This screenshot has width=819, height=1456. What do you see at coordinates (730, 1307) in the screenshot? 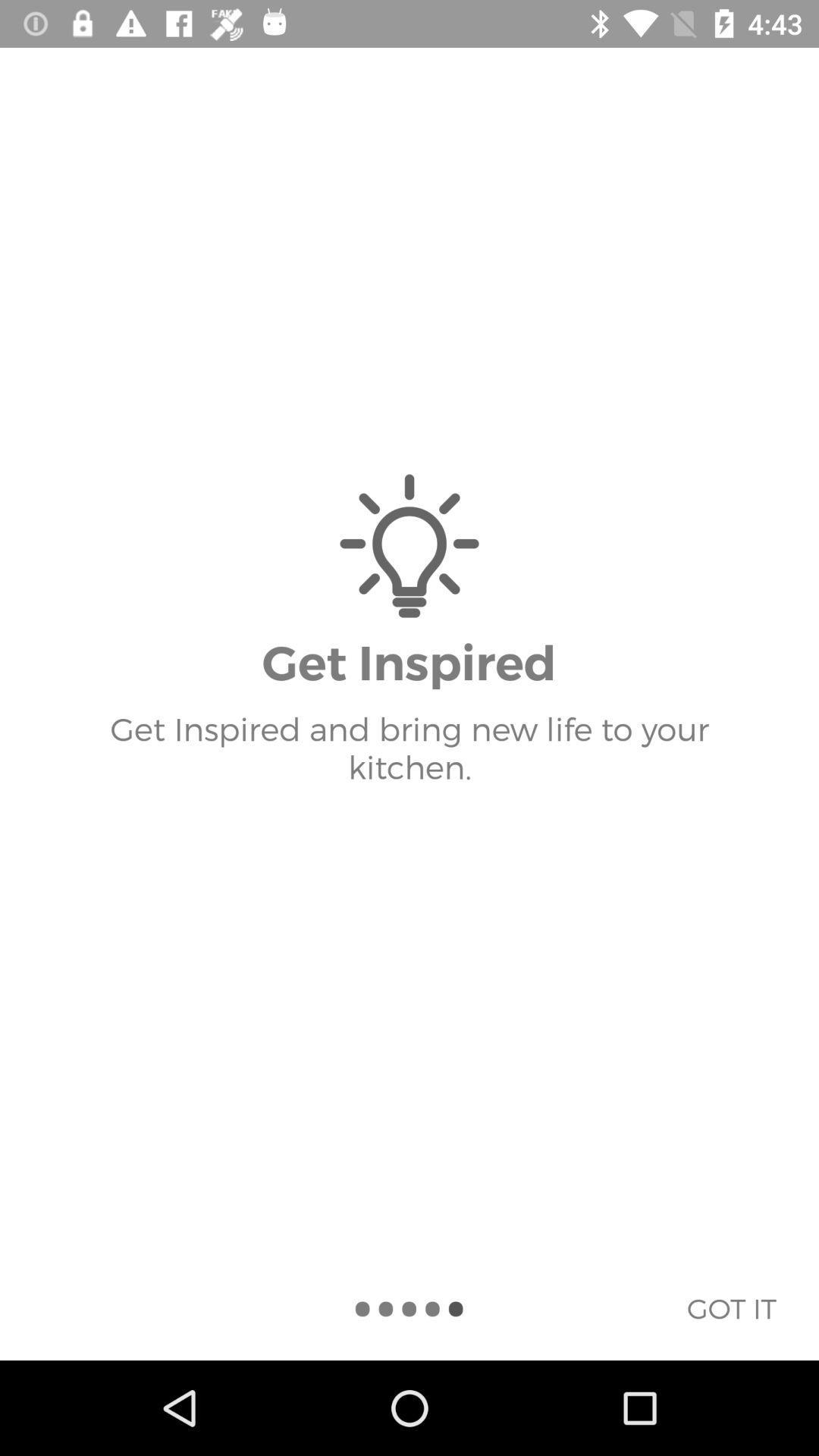
I see `the icon below get inspired and item` at bounding box center [730, 1307].